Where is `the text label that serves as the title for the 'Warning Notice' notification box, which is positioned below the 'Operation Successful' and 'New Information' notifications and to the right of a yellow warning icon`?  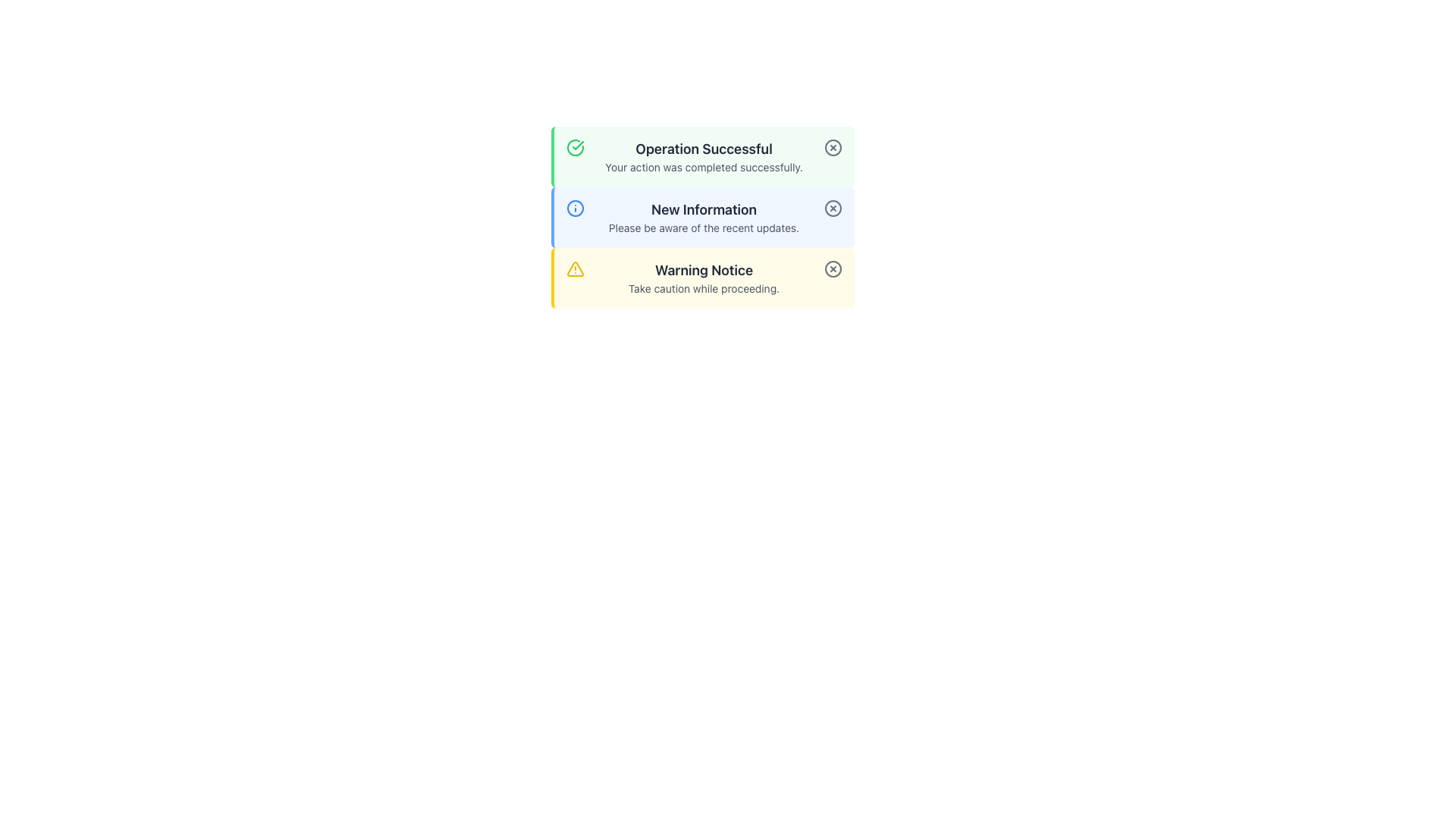 the text label that serves as the title for the 'Warning Notice' notification box, which is positioned below the 'Operation Successful' and 'New Information' notifications and to the right of a yellow warning icon is located at coordinates (703, 270).